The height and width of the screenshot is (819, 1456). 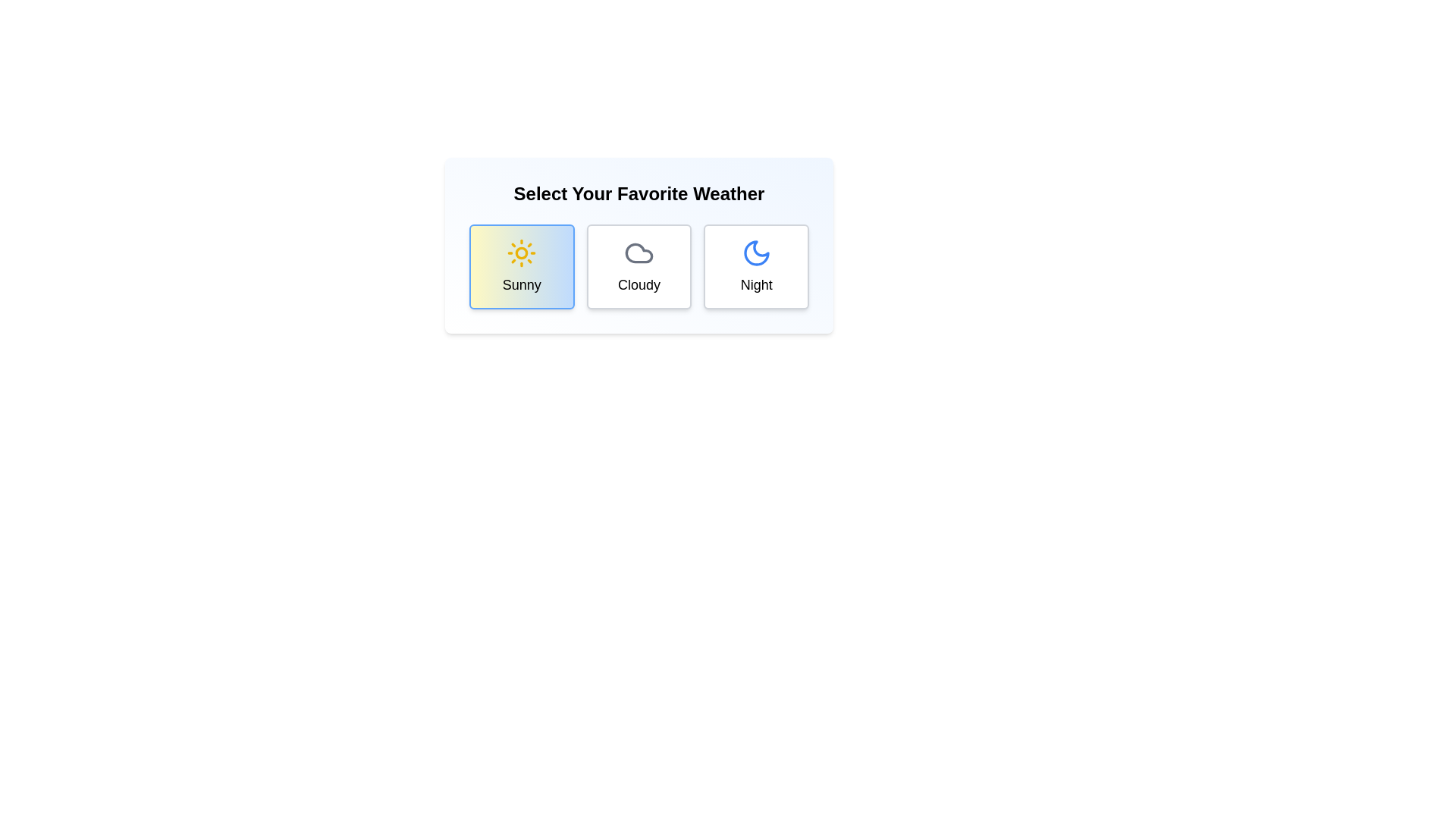 What do you see at coordinates (639, 265) in the screenshot?
I see `the 'Cloudy' weather option button, which is the second card in a three-column grid layout` at bounding box center [639, 265].